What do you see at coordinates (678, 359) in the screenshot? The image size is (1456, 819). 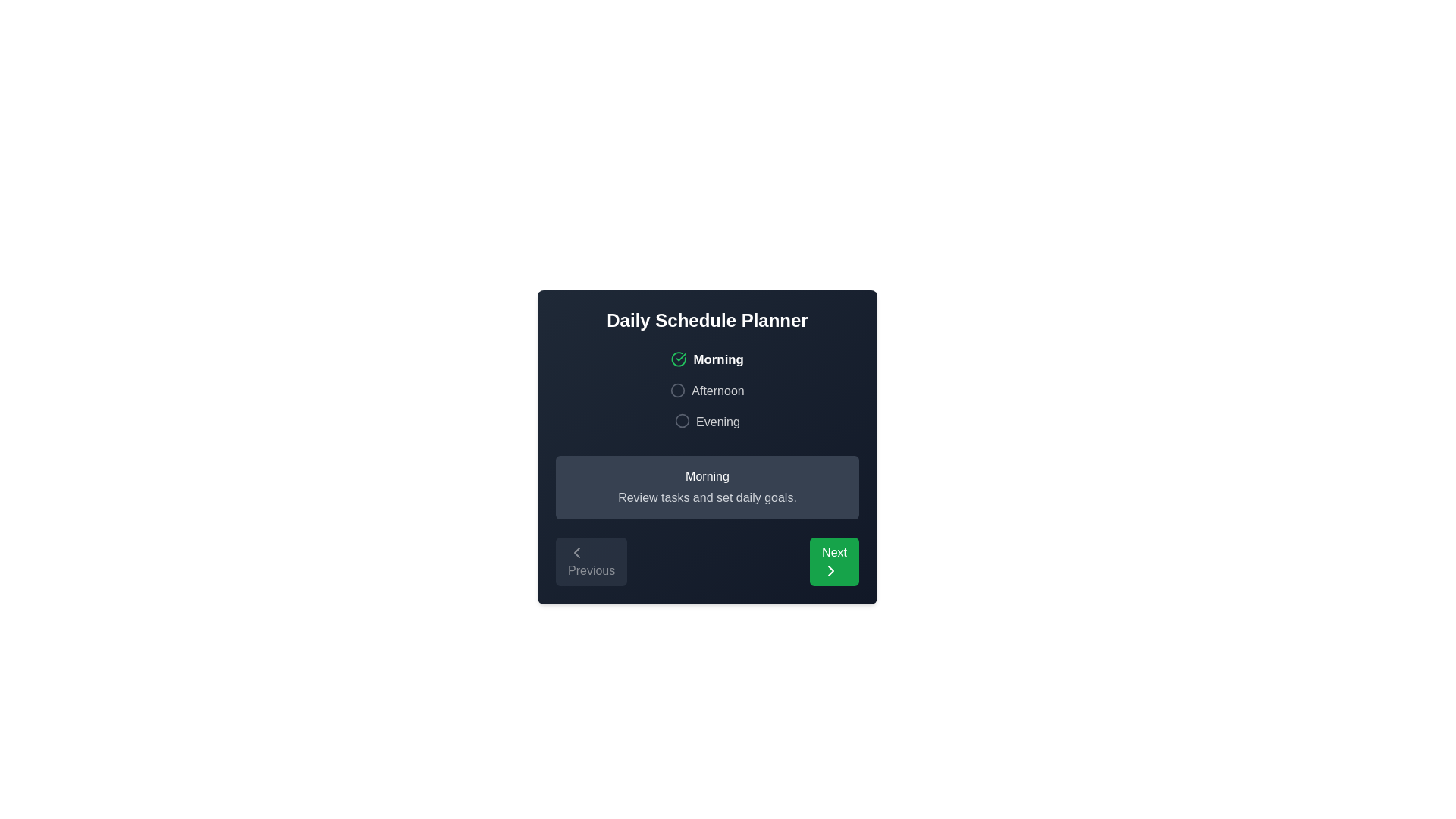 I see `the state of the circular green checkmark icon adjacent to the 'Morning' label in the 'Daily Schedule Planner' interface` at bounding box center [678, 359].